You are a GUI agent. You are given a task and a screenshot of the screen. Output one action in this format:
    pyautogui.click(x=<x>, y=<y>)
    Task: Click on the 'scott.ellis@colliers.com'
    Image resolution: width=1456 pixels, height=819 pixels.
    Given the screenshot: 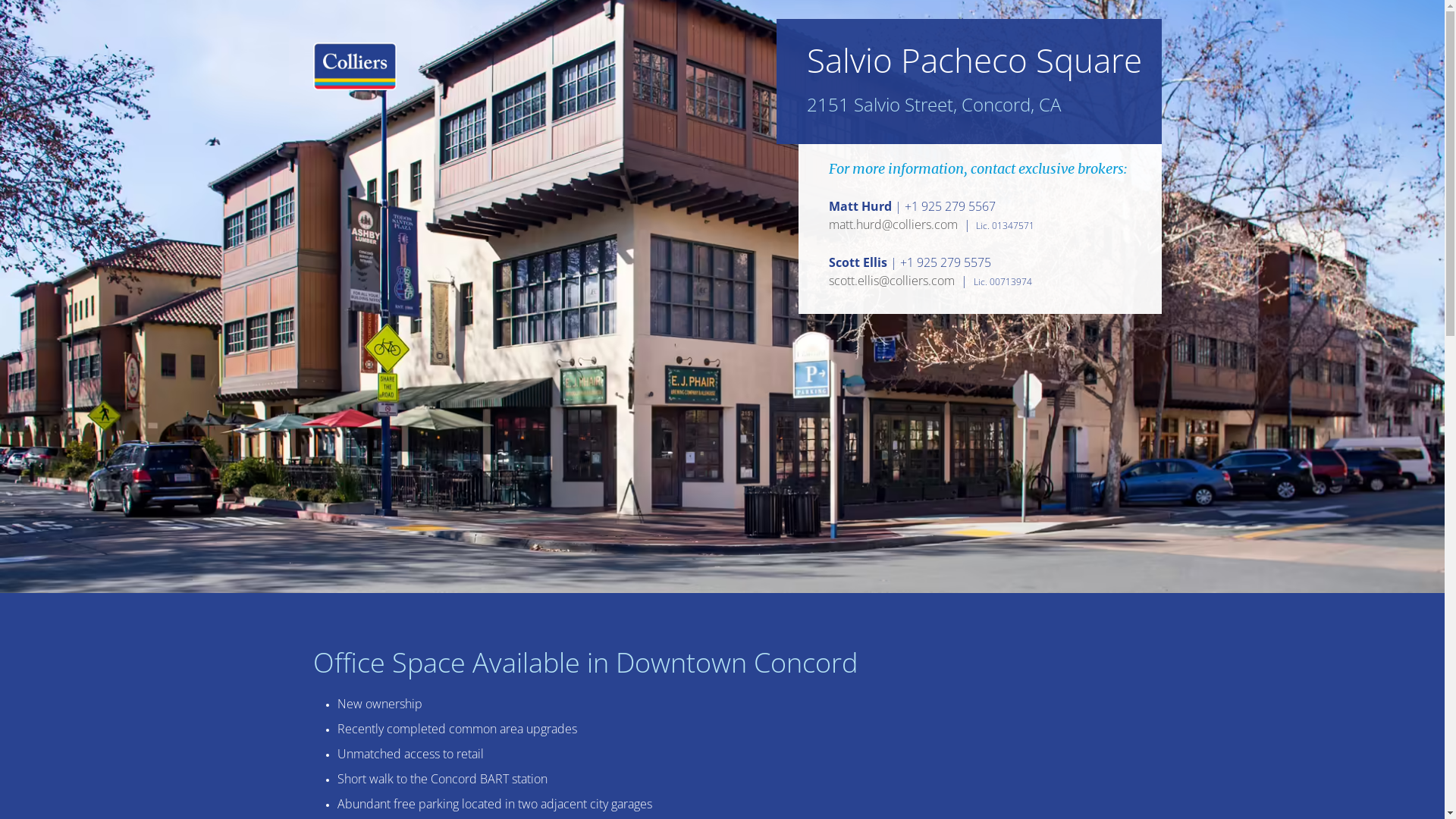 What is the action you would take?
    pyautogui.click(x=828, y=281)
    